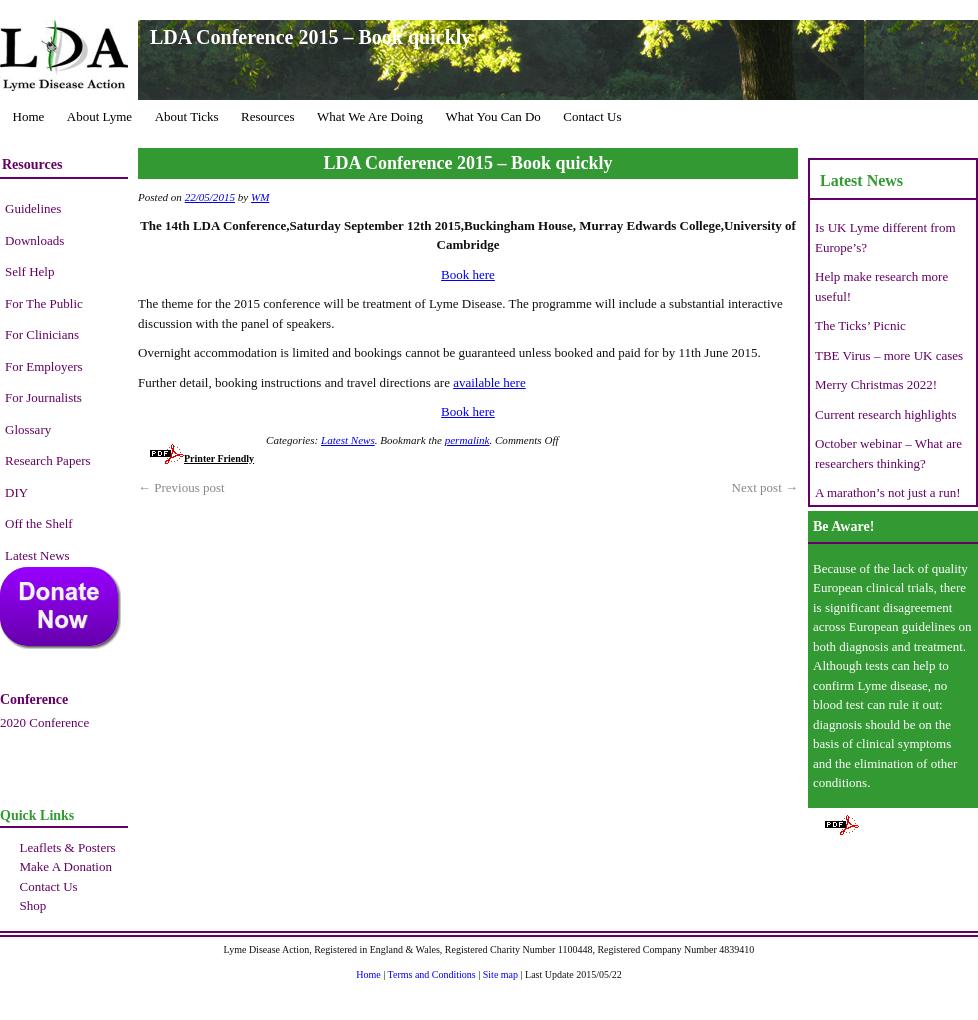  Describe the element at coordinates (32, 207) in the screenshot. I see `'Guidelines'` at that location.